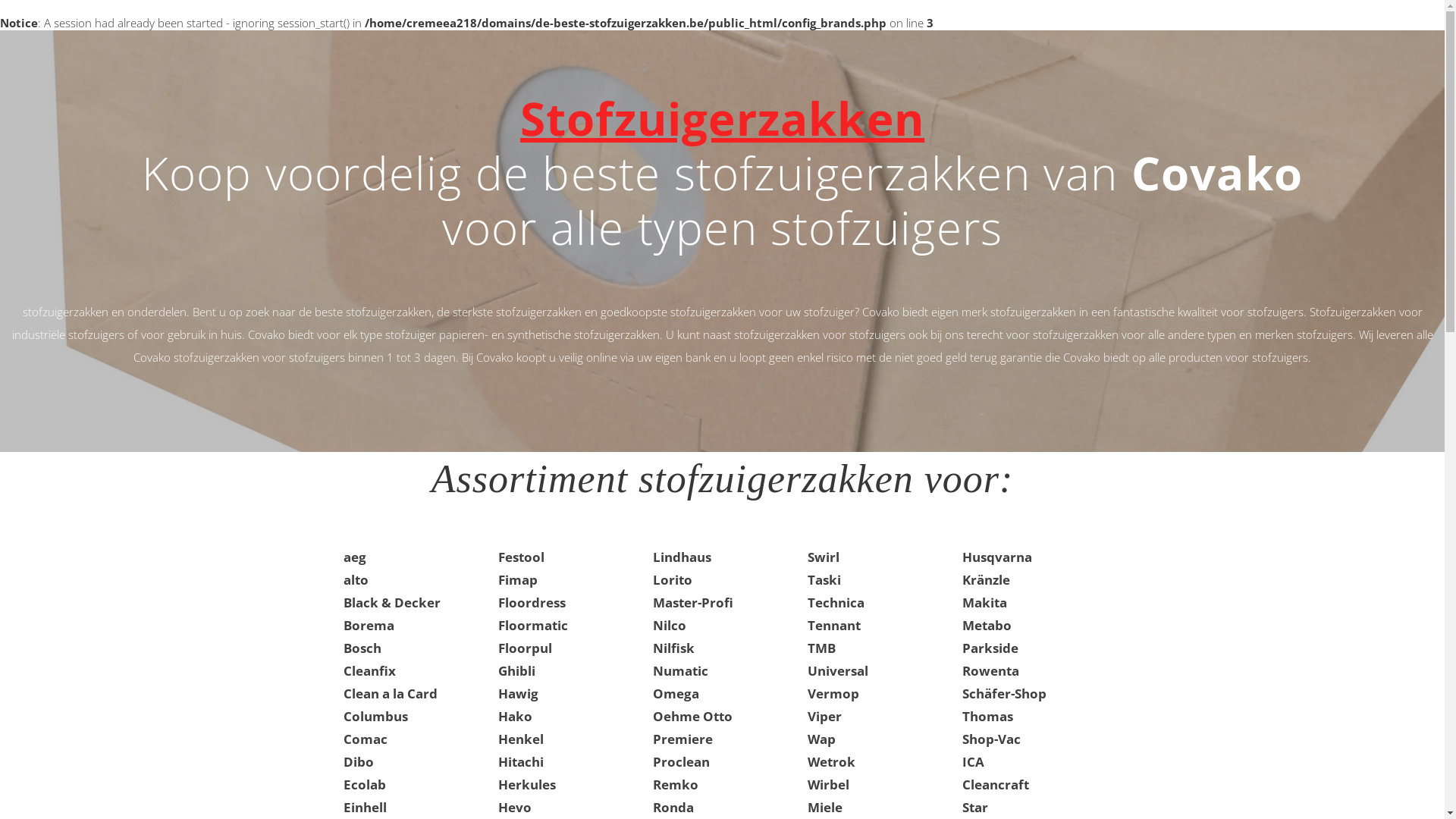 The height and width of the screenshot is (819, 1456). What do you see at coordinates (672, 806) in the screenshot?
I see `'Ronda'` at bounding box center [672, 806].